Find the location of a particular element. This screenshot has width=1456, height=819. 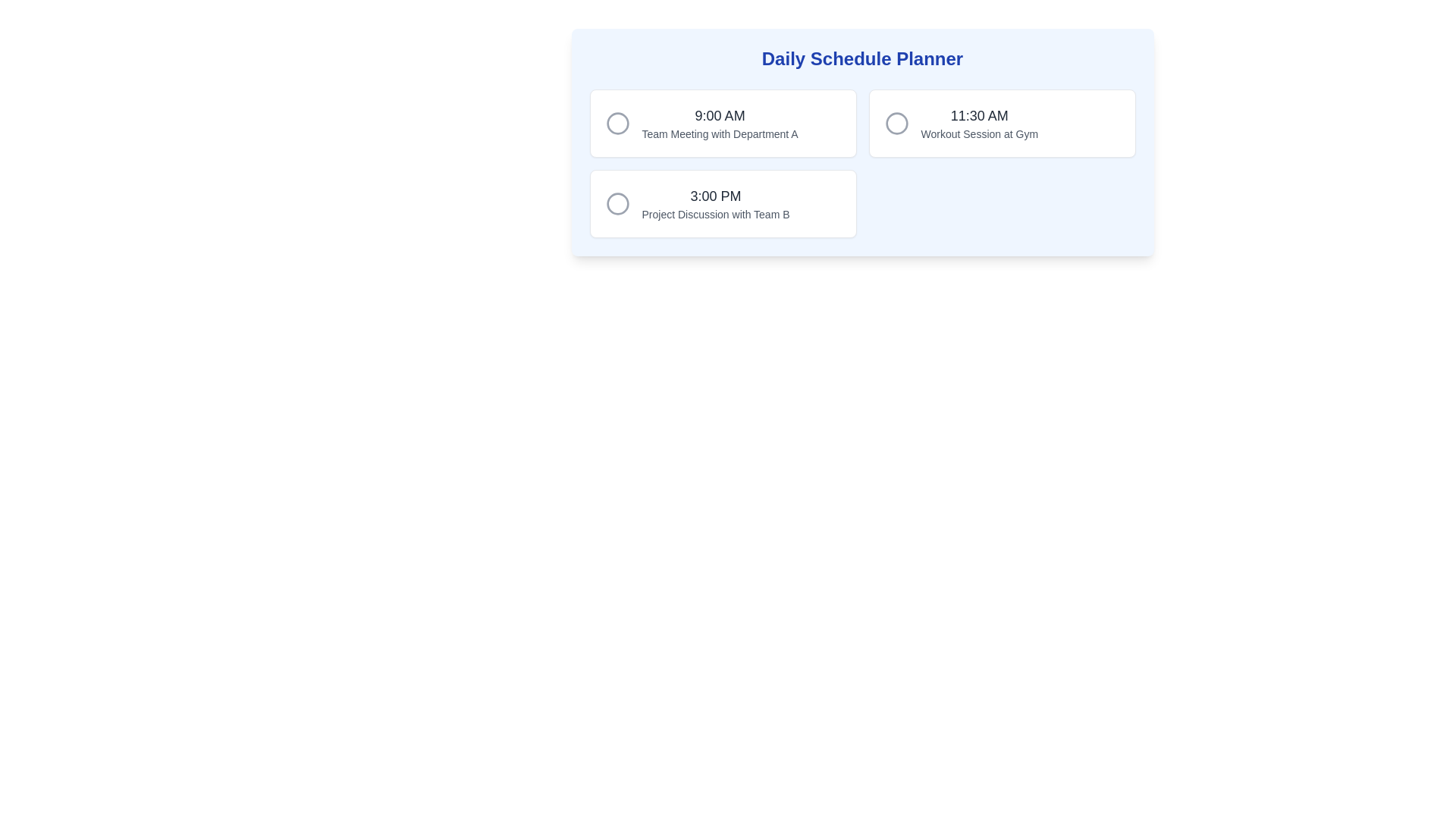

the SVG circle icon located on the right side of the second row in the schedule pane is located at coordinates (896, 122).